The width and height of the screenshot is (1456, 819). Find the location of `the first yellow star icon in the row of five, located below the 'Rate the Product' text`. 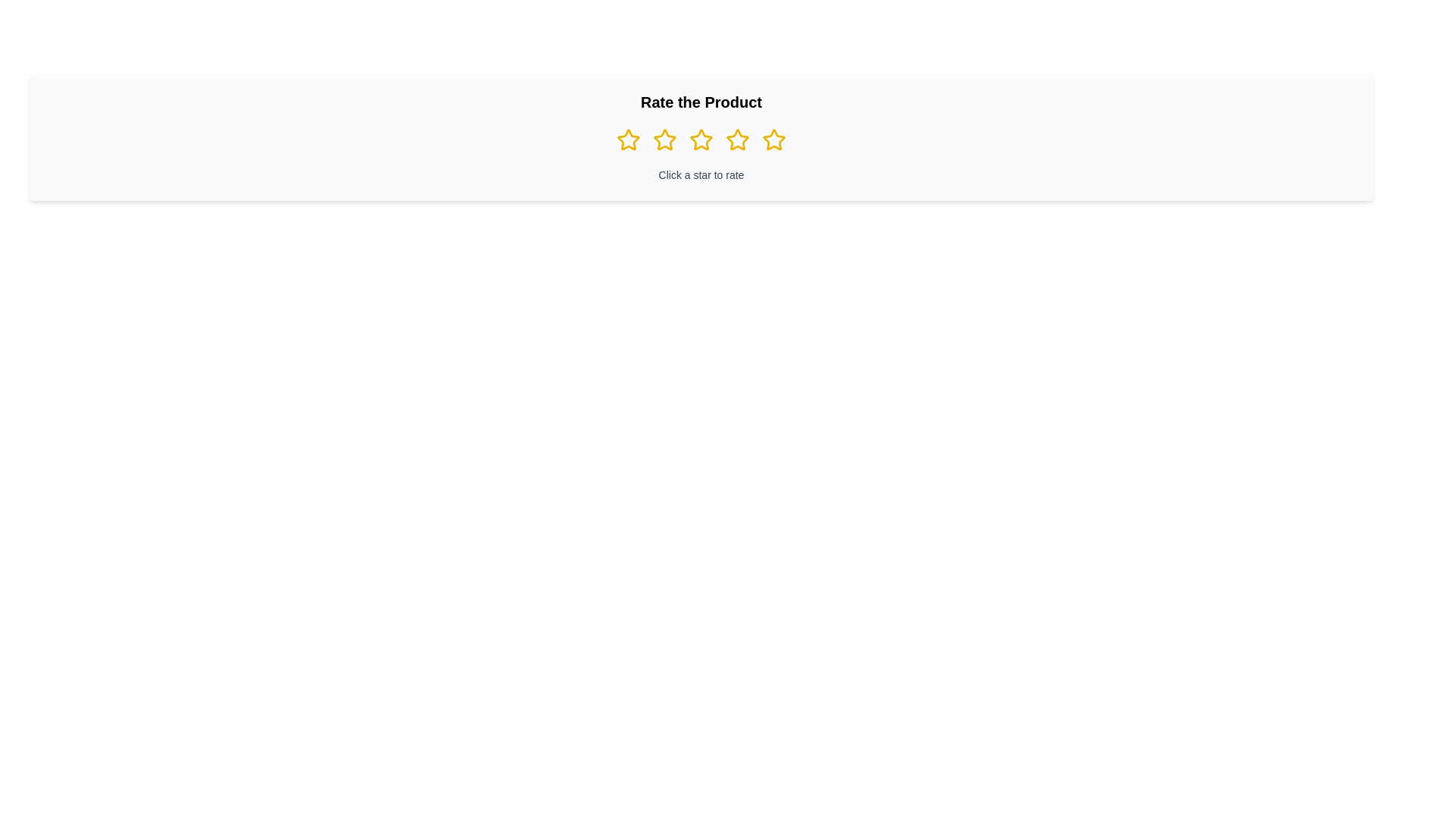

the first yellow star icon in the row of five, located below the 'Rate the Product' text is located at coordinates (629, 140).